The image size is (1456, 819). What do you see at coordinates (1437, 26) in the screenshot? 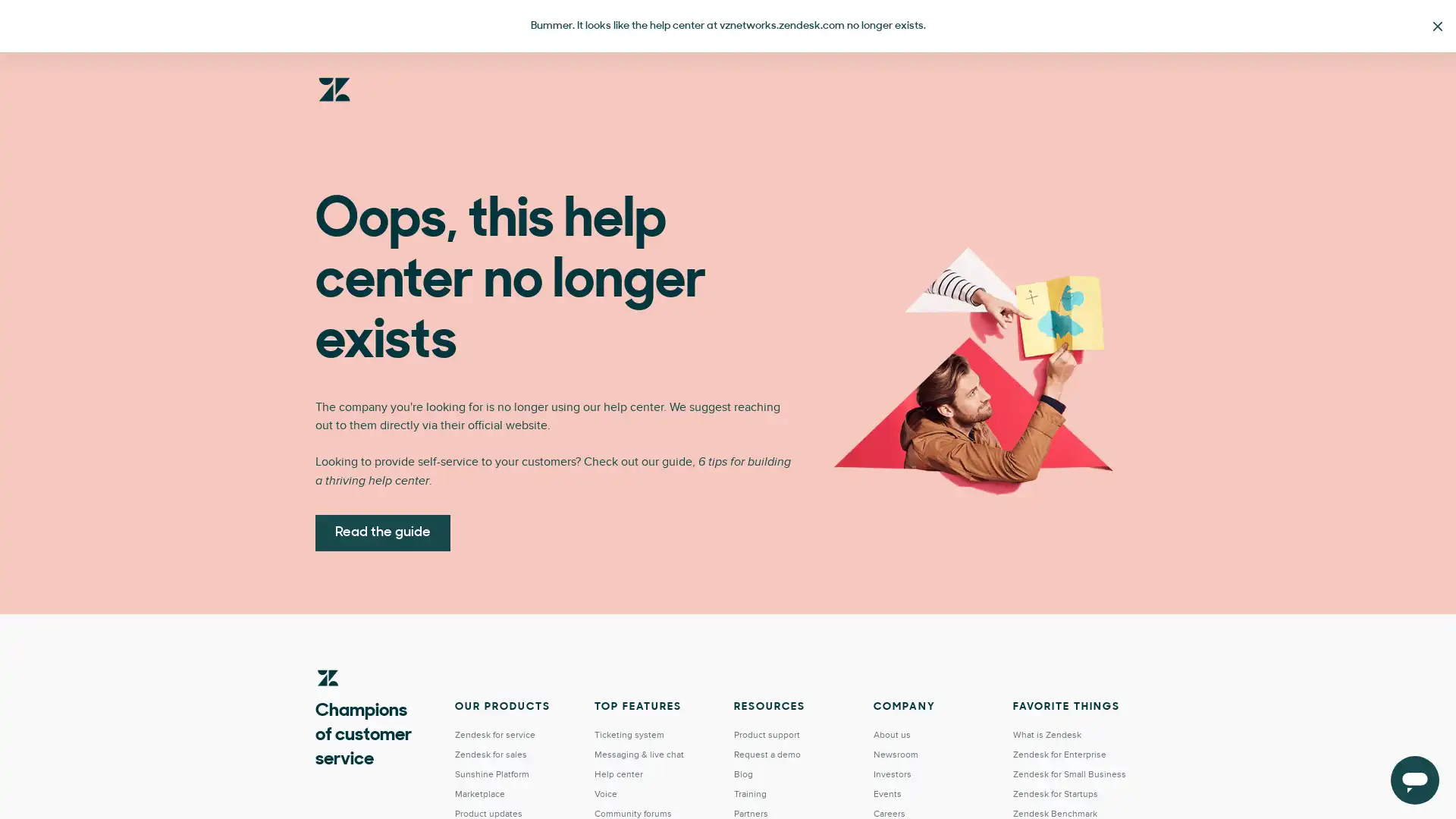
I see `Close` at bounding box center [1437, 26].